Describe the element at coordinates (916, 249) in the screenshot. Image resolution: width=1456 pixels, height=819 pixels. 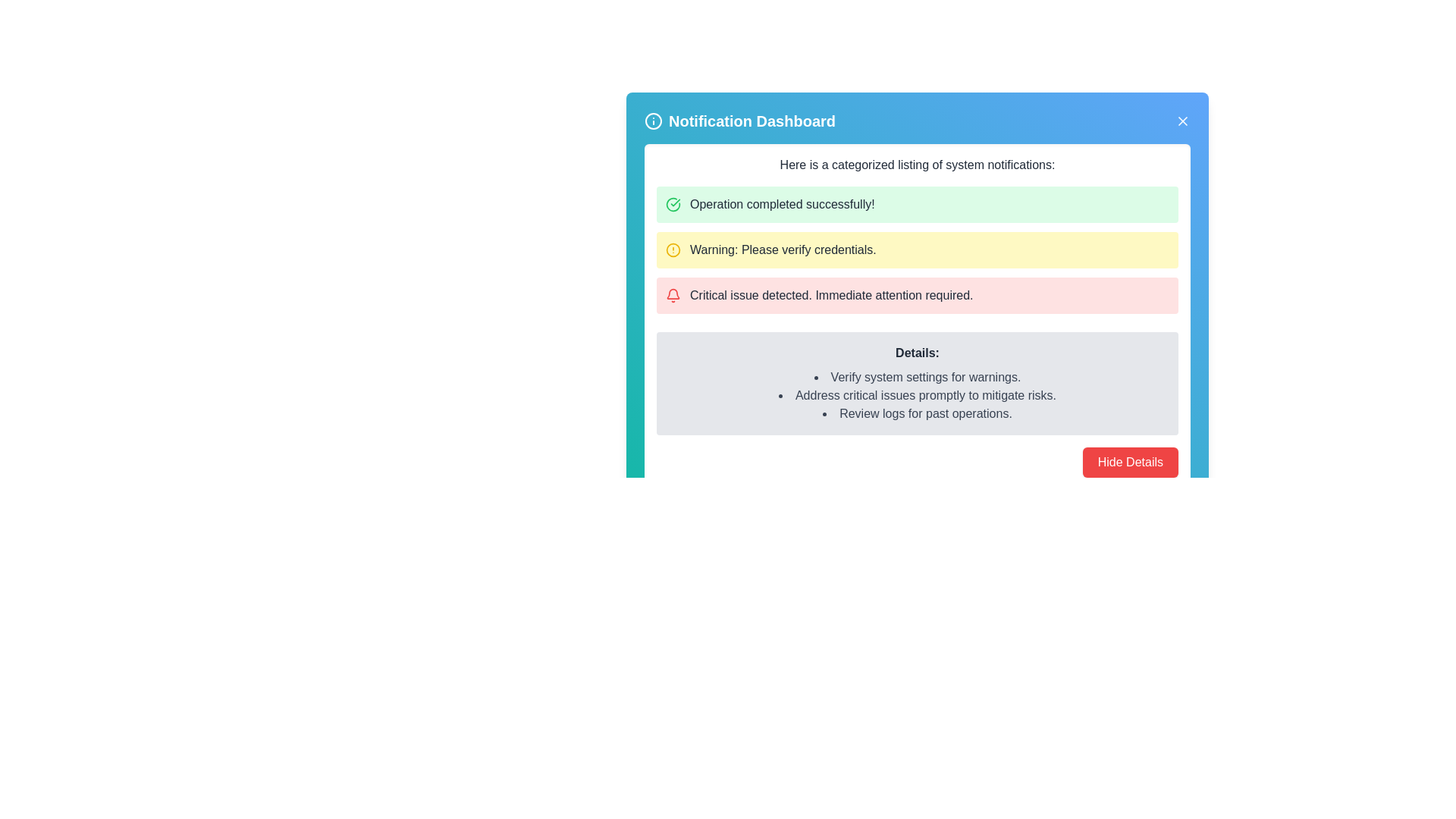
I see `the individual notifications within the multi-row categorized section of system notifications, which are represented by colored rows for success, warning, and critical issues` at that location.